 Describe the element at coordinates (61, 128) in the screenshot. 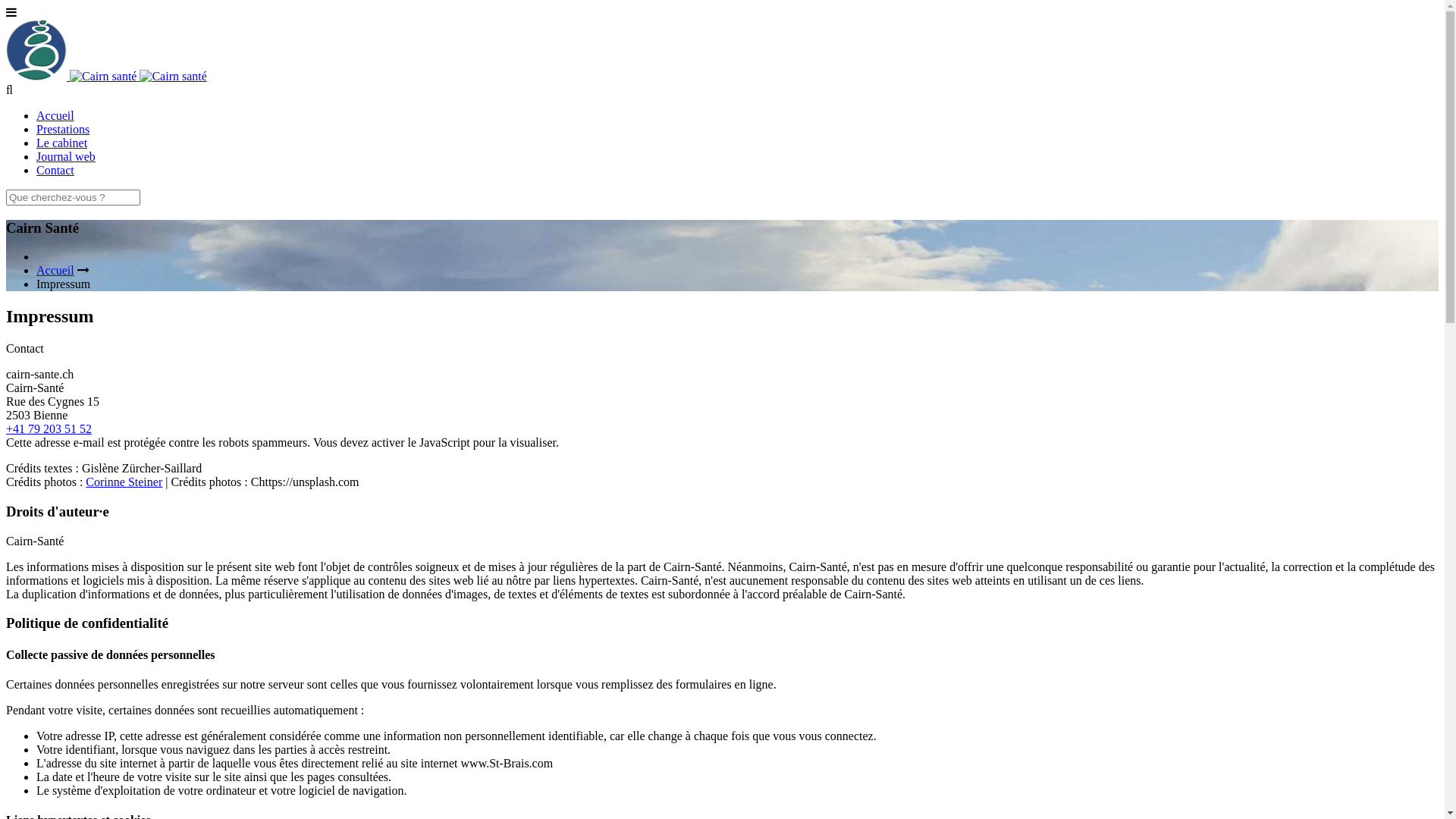

I see `'Prestations'` at that location.